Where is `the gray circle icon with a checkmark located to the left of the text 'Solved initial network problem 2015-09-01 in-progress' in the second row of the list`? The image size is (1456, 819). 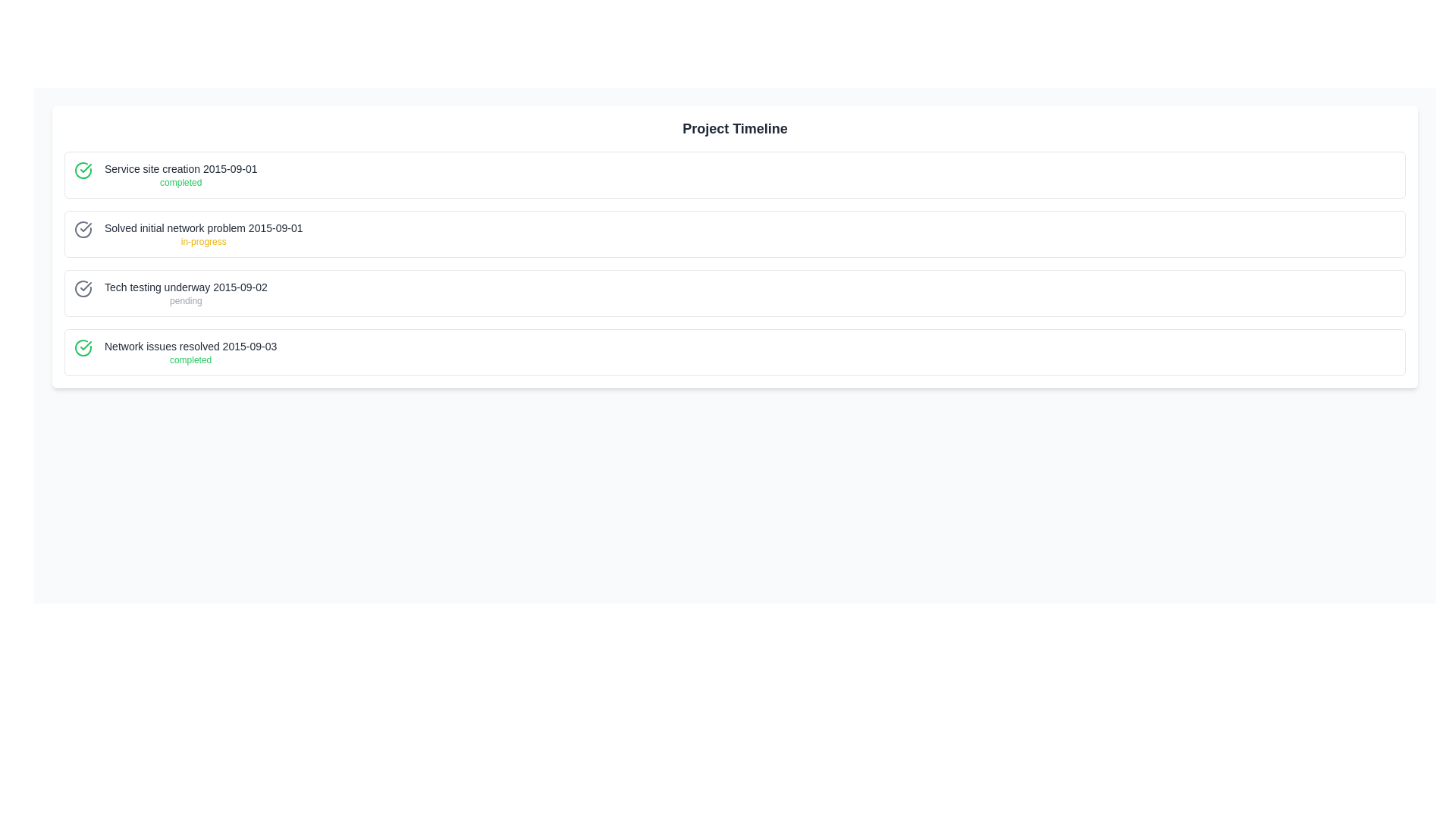 the gray circle icon with a checkmark located to the left of the text 'Solved initial network problem 2015-09-01 in-progress' in the second row of the list is located at coordinates (83, 230).